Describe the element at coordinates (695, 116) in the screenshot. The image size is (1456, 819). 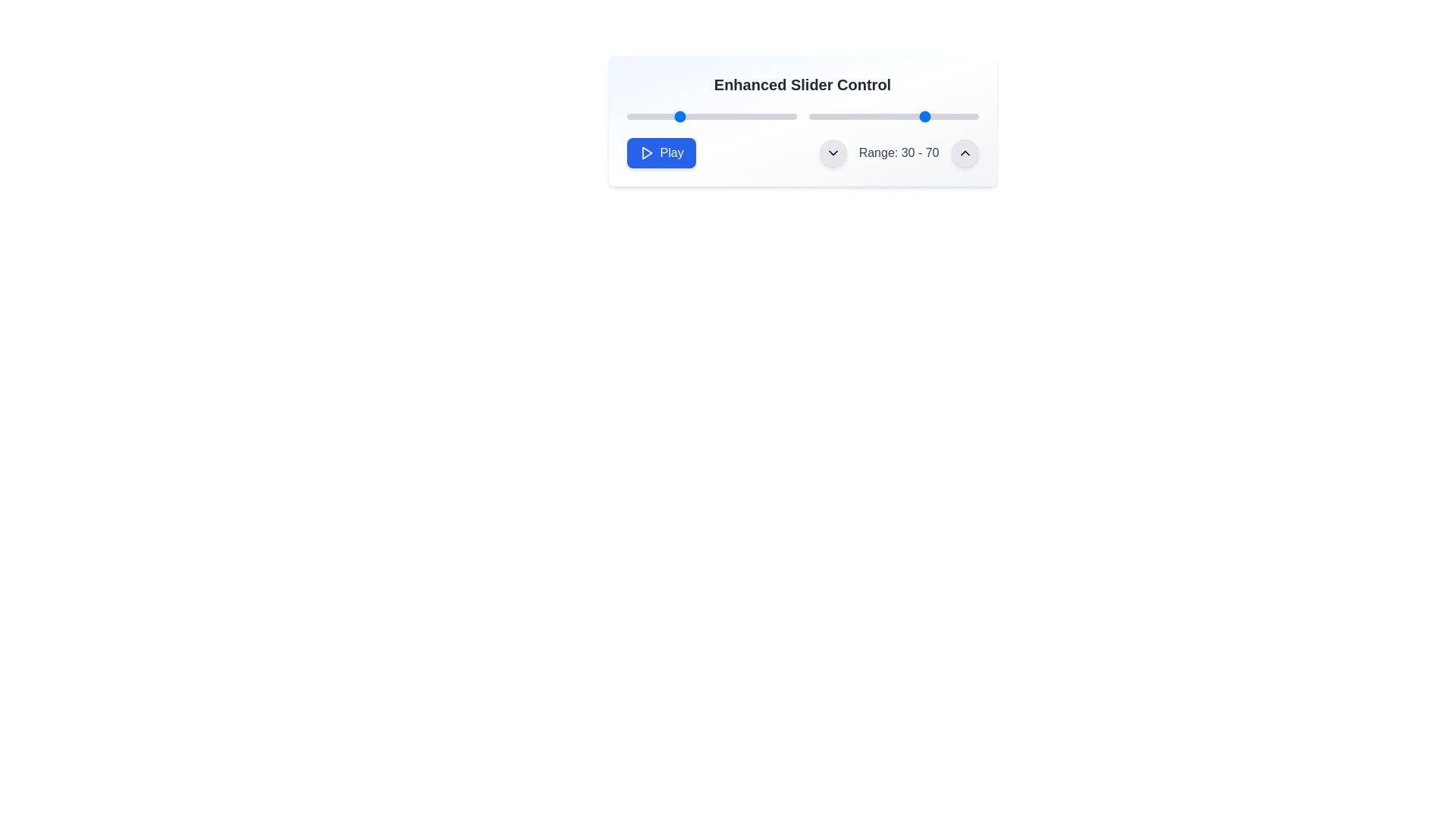
I see `the slider` at that location.